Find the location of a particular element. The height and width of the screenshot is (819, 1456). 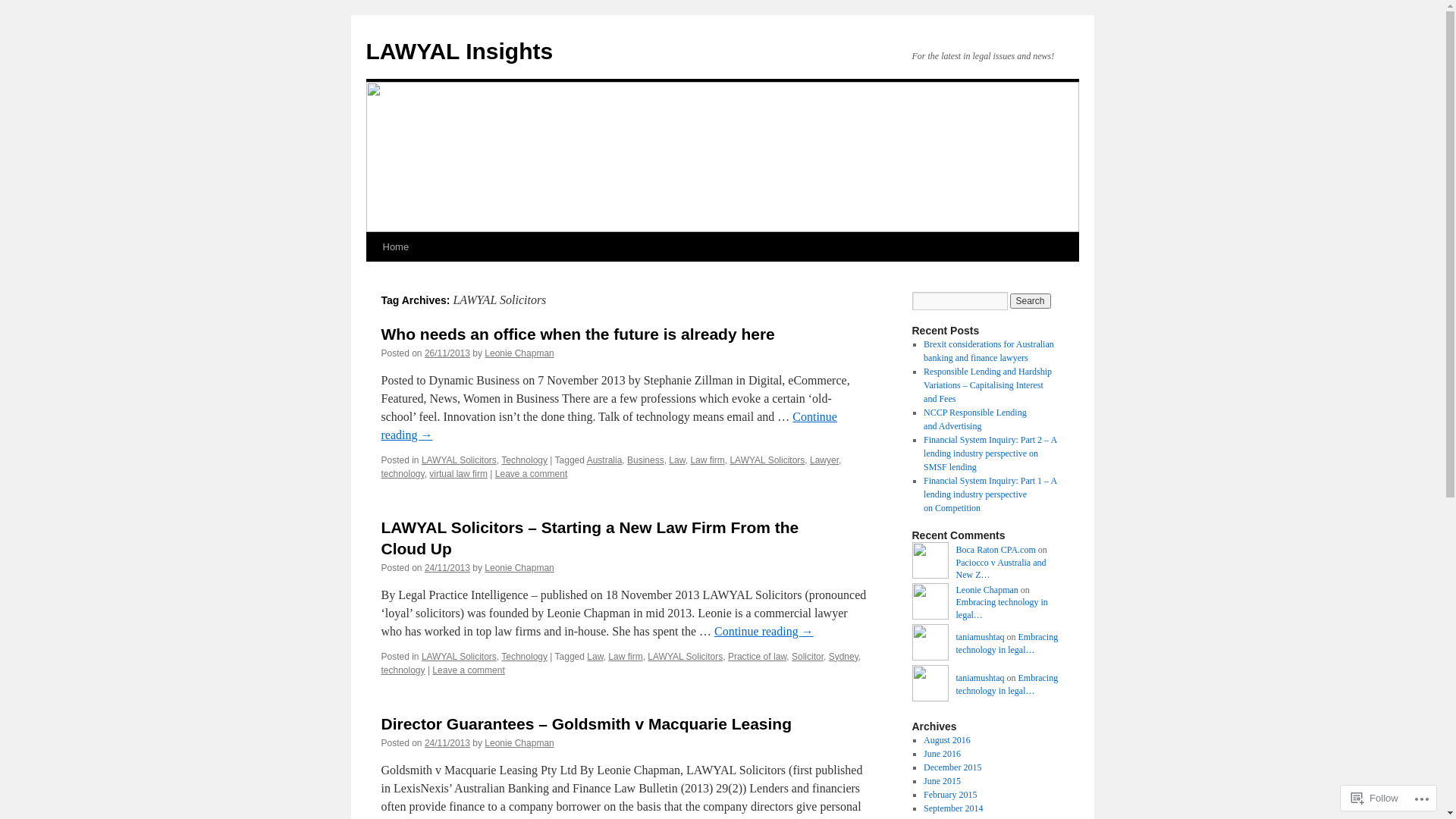

'LAWYAL Insights' is located at coordinates (458, 50).